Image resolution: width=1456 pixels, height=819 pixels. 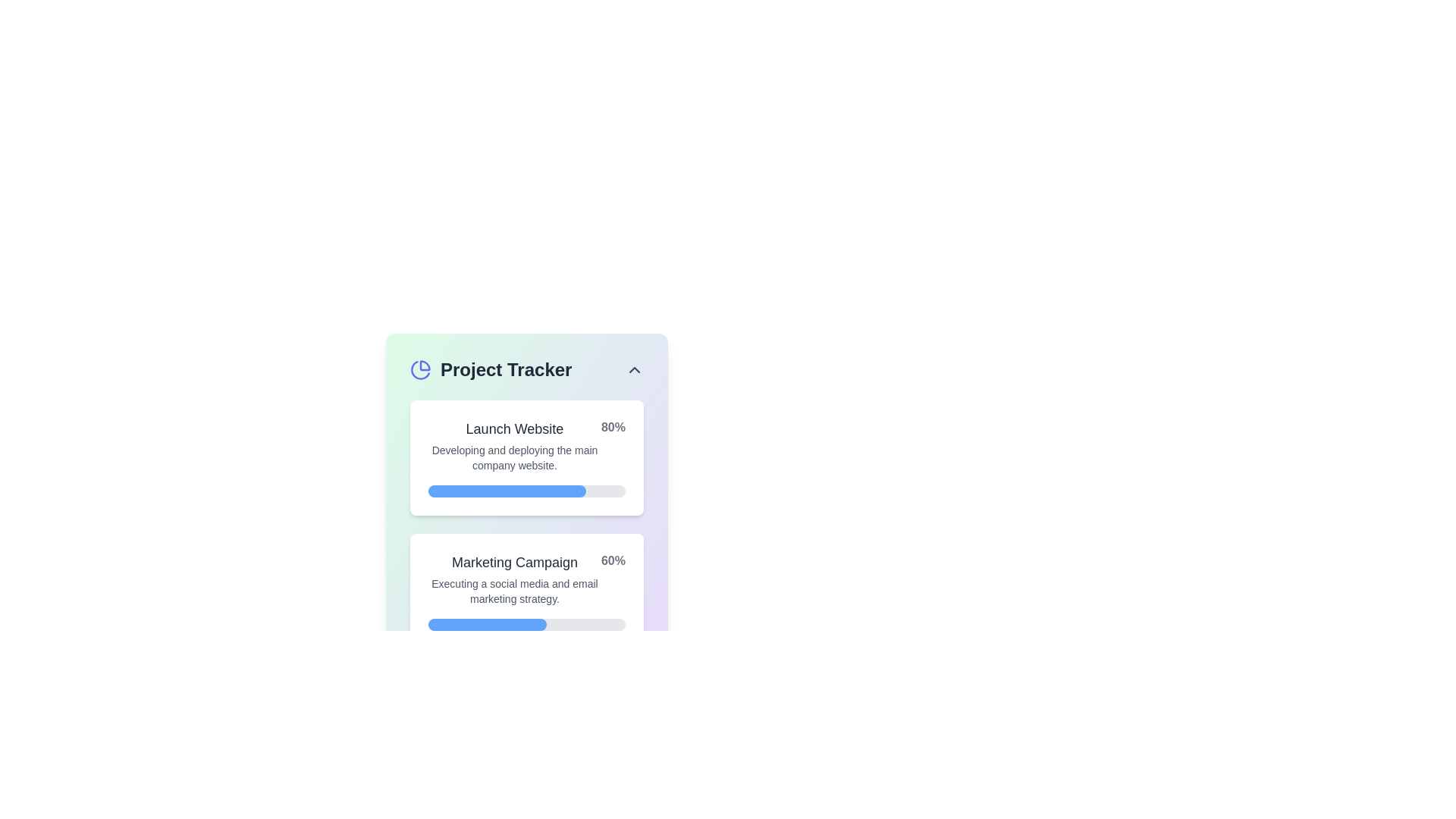 I want to click on the 'Launch Website' informational card located in the upper-left quadrant of the main interface, so click(x=527, y=472).